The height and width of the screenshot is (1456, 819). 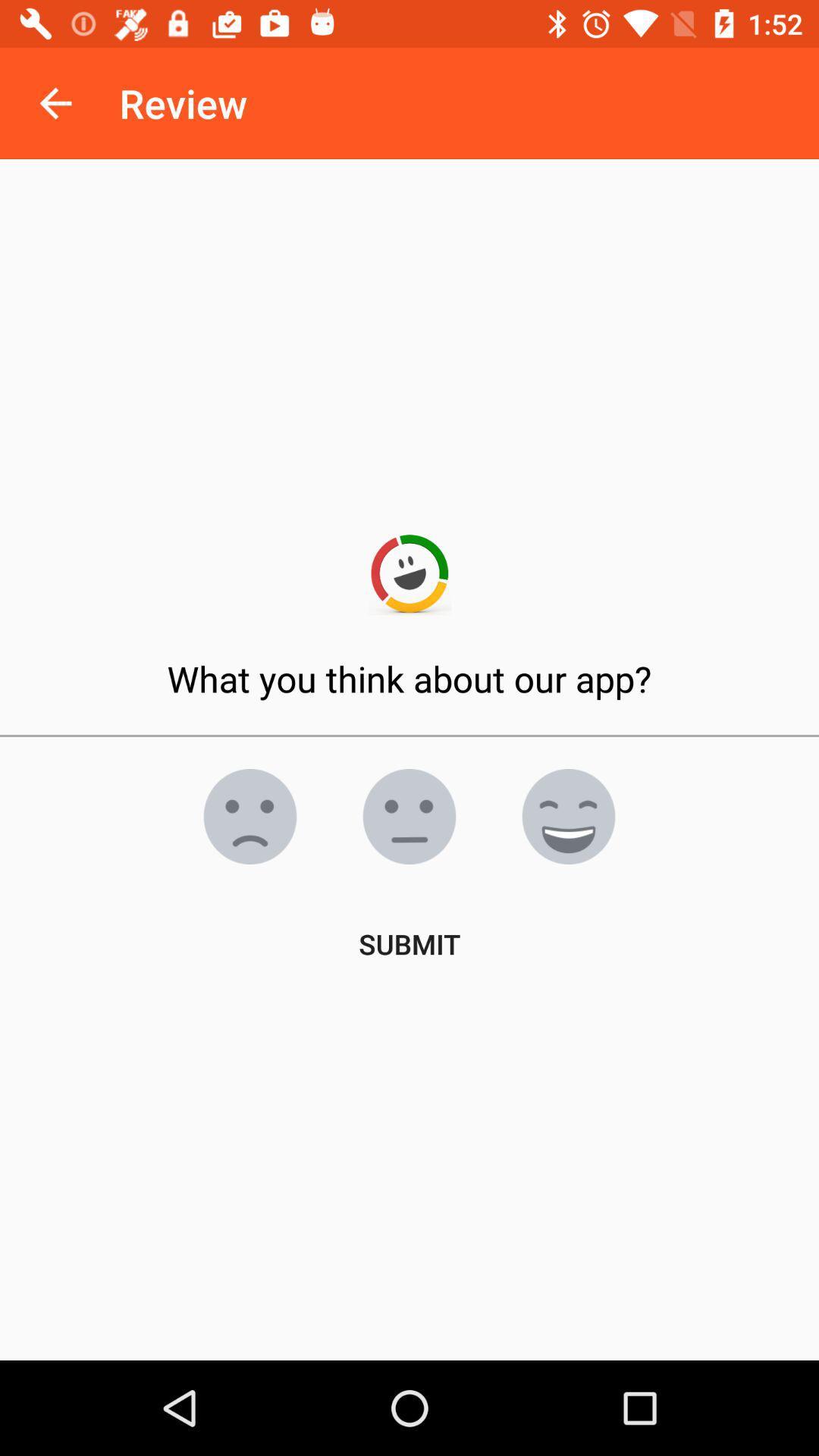 What do you see at coordinates (409, 815) in the screenshot?
I see `negative emoji` at bounding box center [409, 815].